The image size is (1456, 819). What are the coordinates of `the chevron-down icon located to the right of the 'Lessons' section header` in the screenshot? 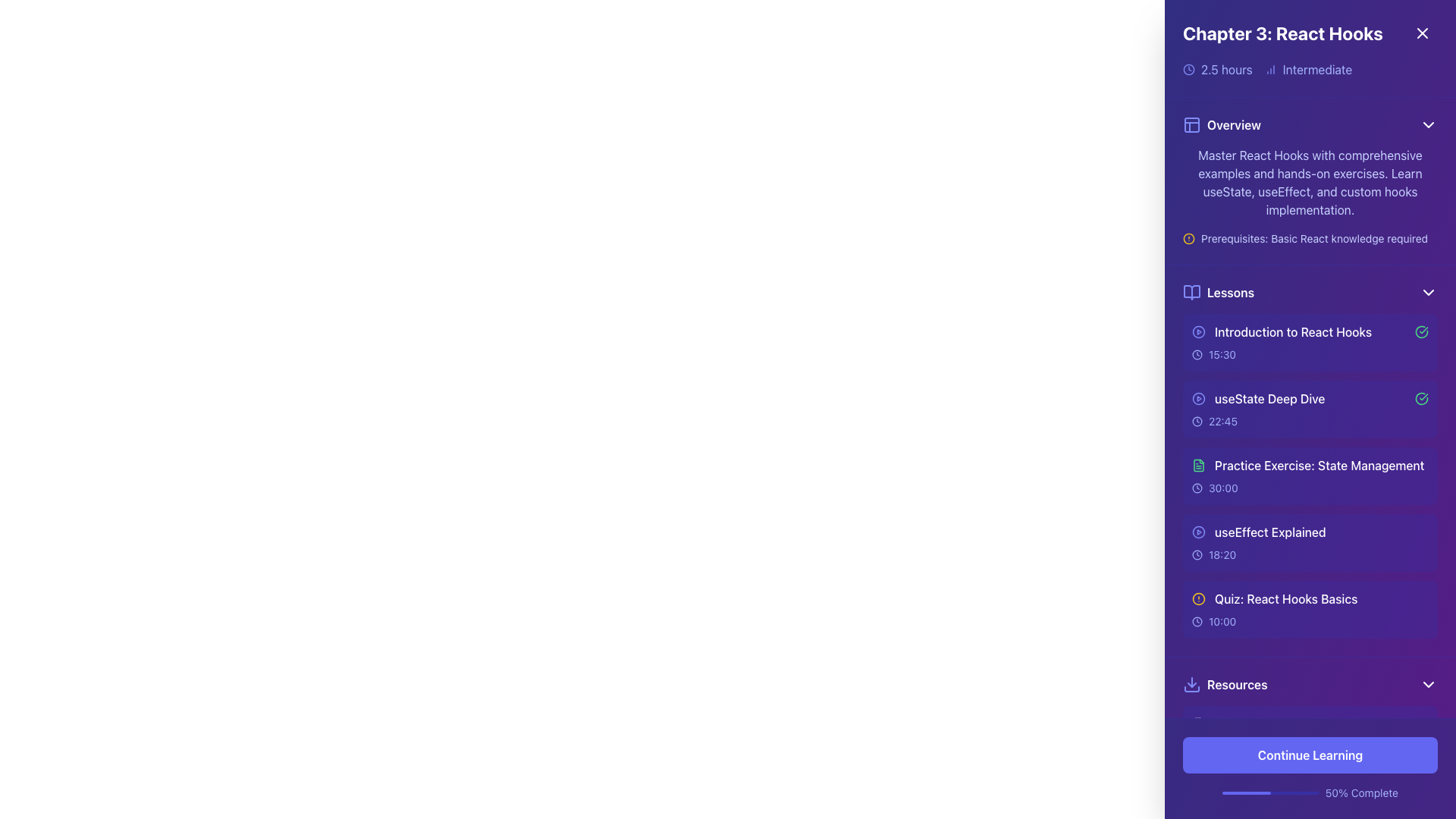 It's located at (1427, 292).